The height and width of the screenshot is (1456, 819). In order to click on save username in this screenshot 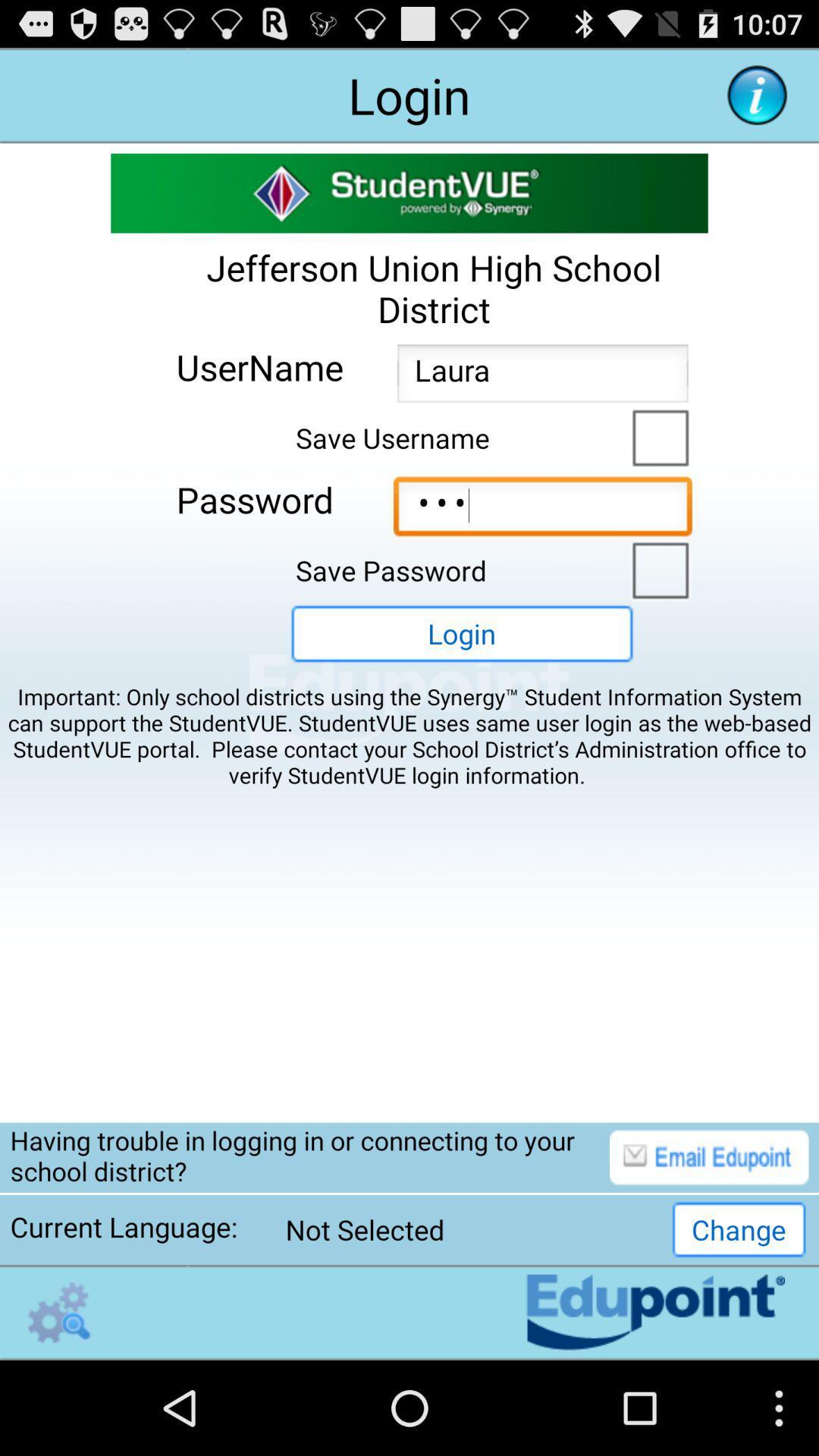, I will do `click(656, 435)`.